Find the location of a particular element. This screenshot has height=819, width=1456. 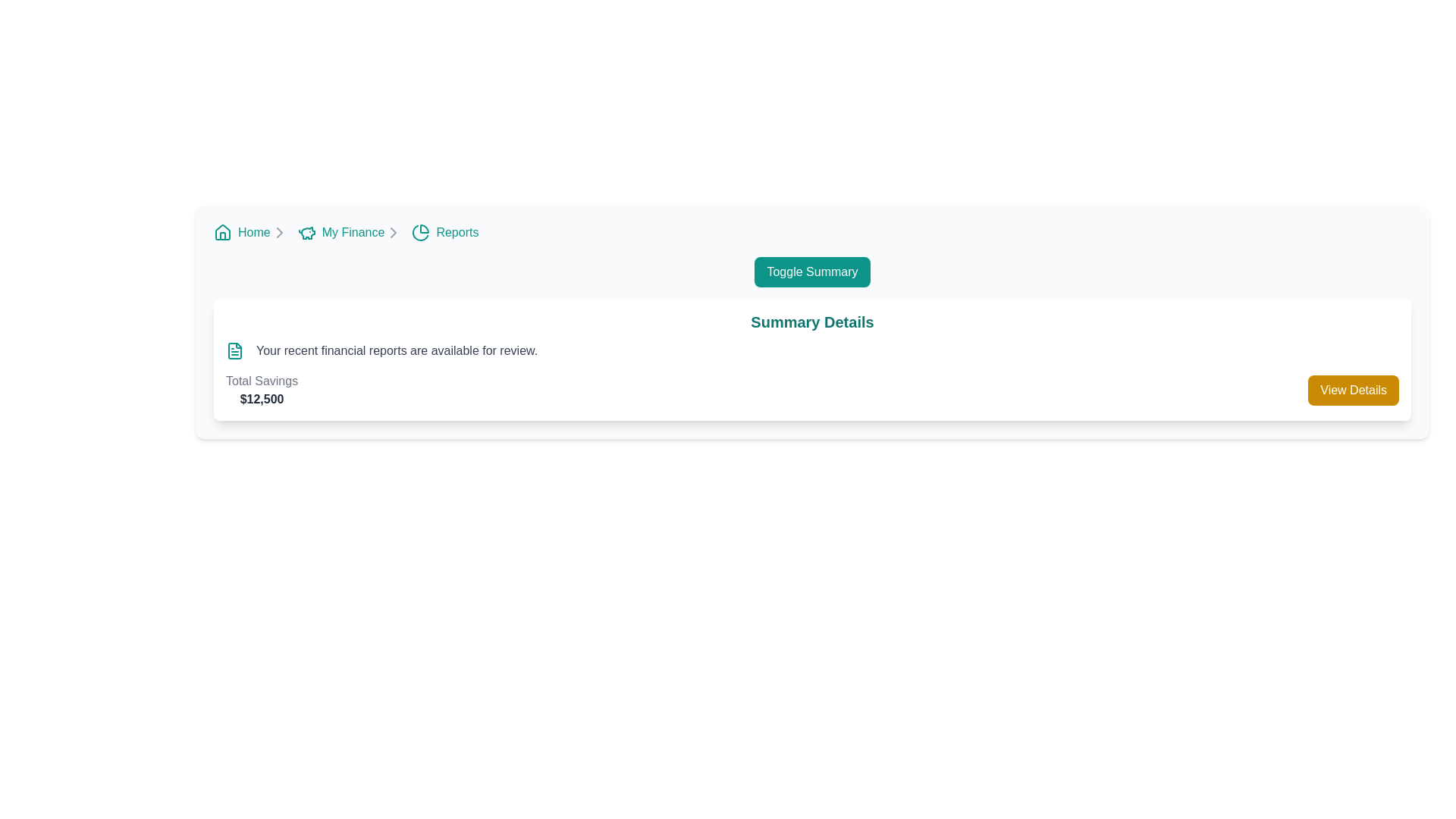

the 'My Finance' hyperlink with a piggy bank icon is located at coordinates (340, 233).